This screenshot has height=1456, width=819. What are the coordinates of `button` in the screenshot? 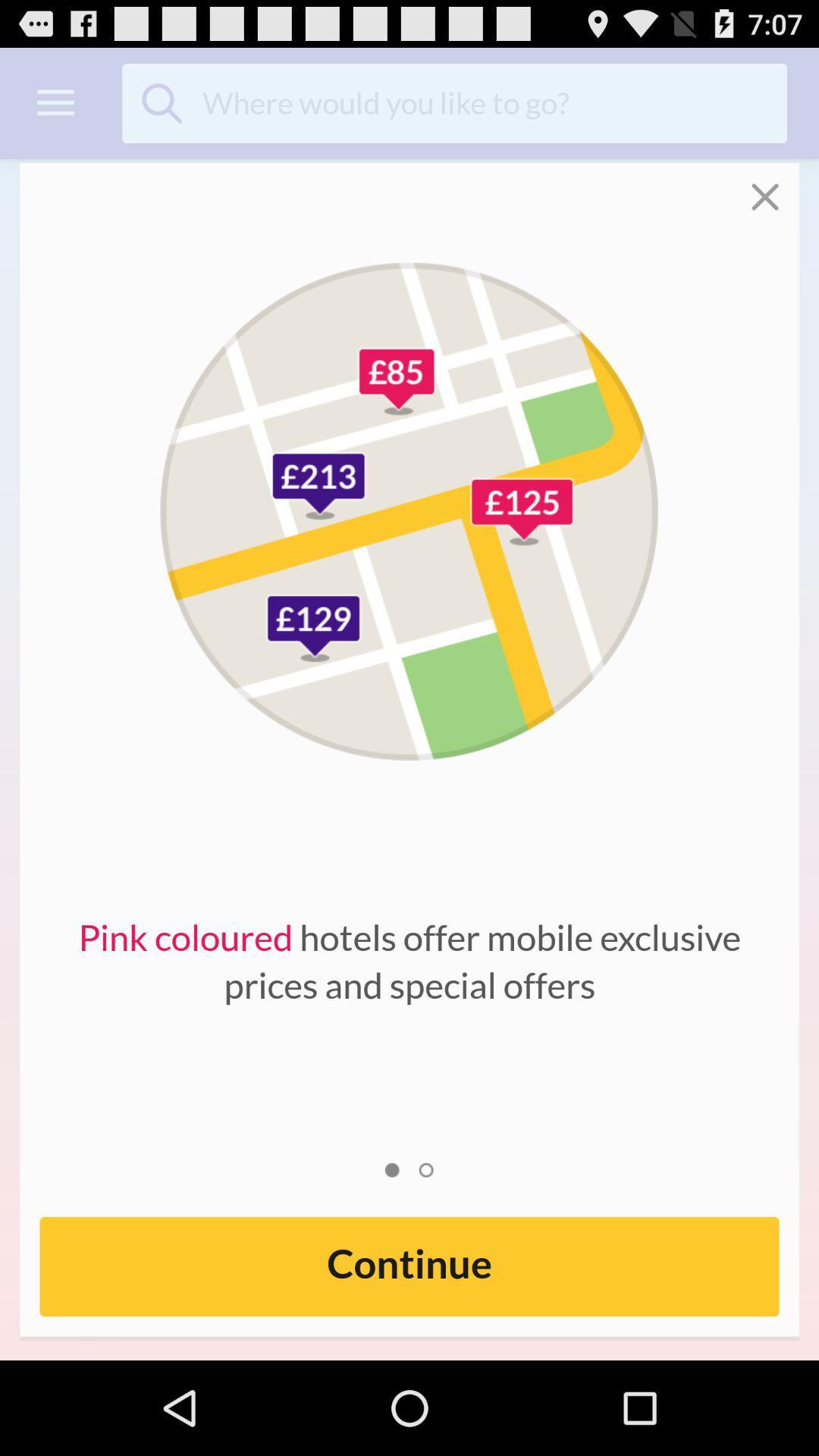 It's located at (775, 186).